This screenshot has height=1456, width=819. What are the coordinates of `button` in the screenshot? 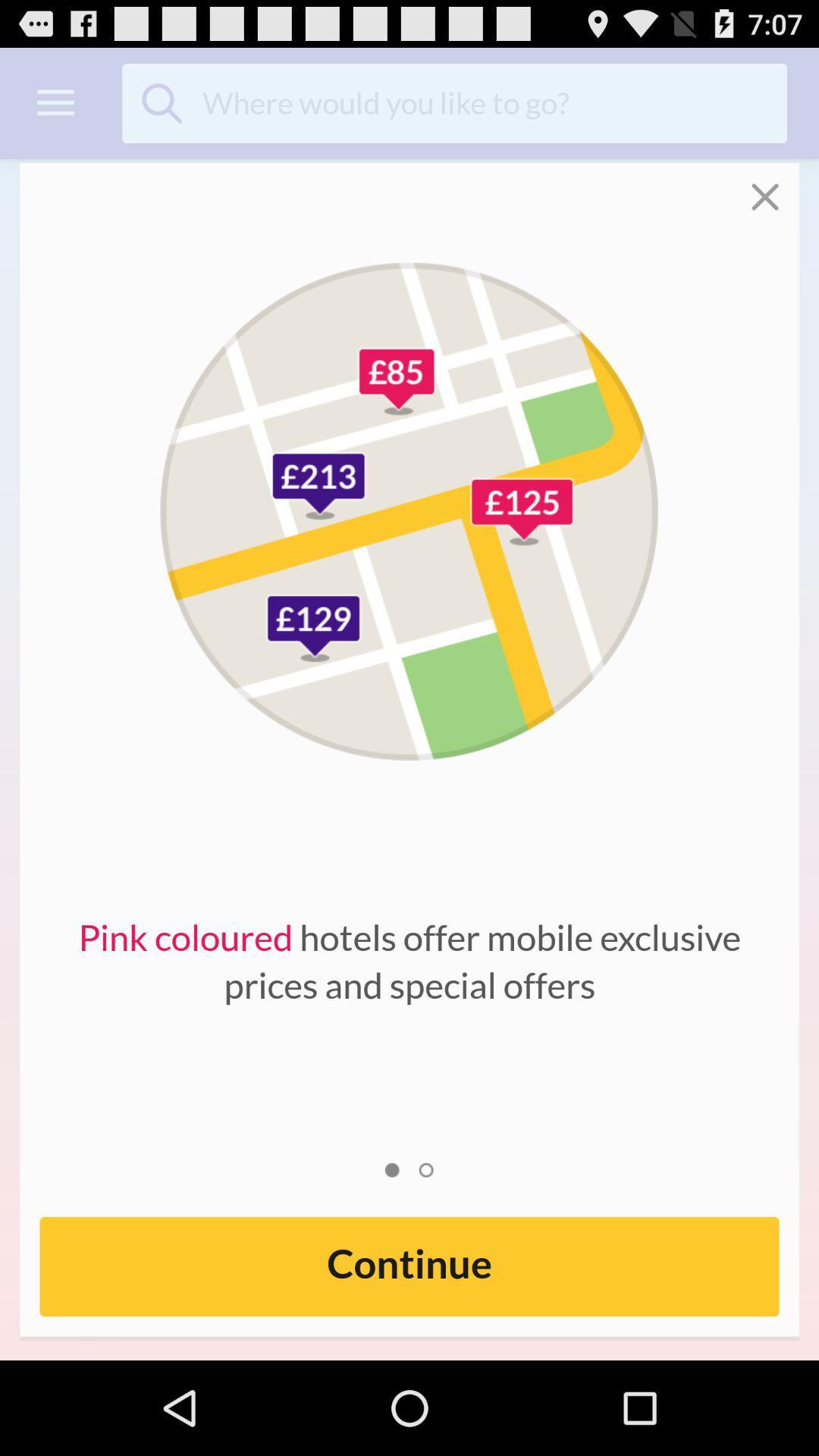 It's located at (775, 186).